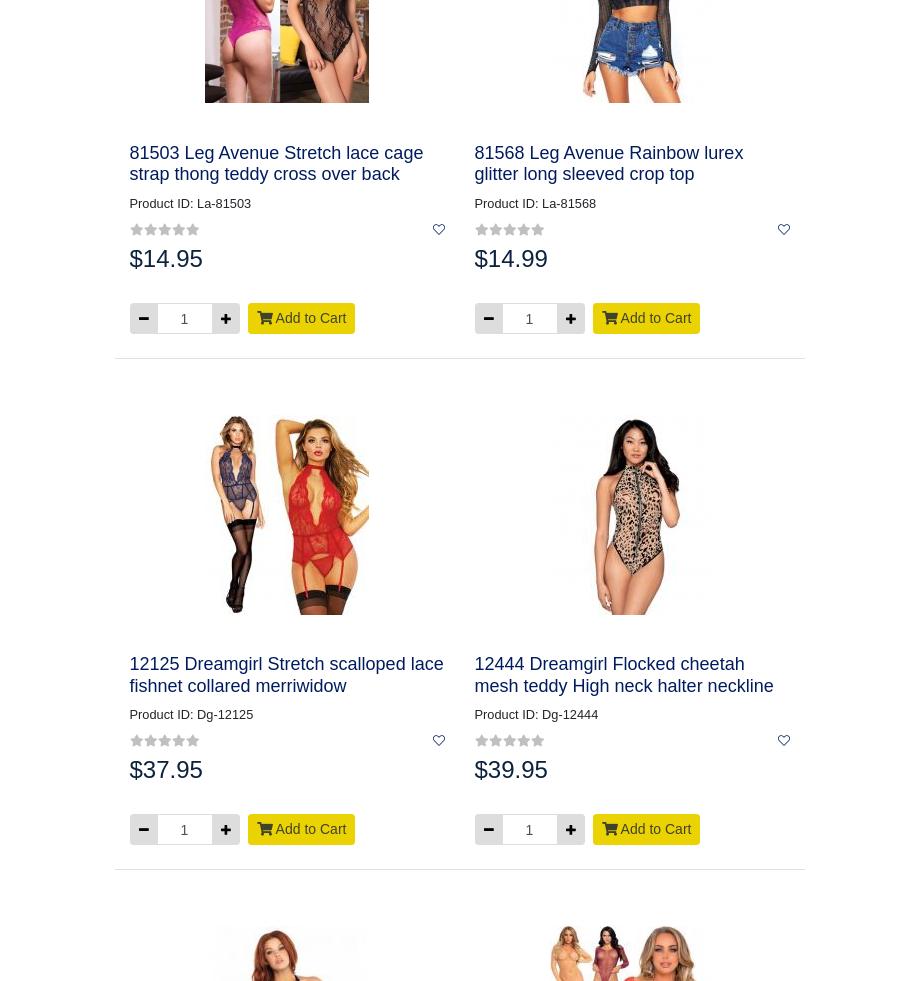  I want to click on 'Product ID: Dg-12444', so click(534, 714).